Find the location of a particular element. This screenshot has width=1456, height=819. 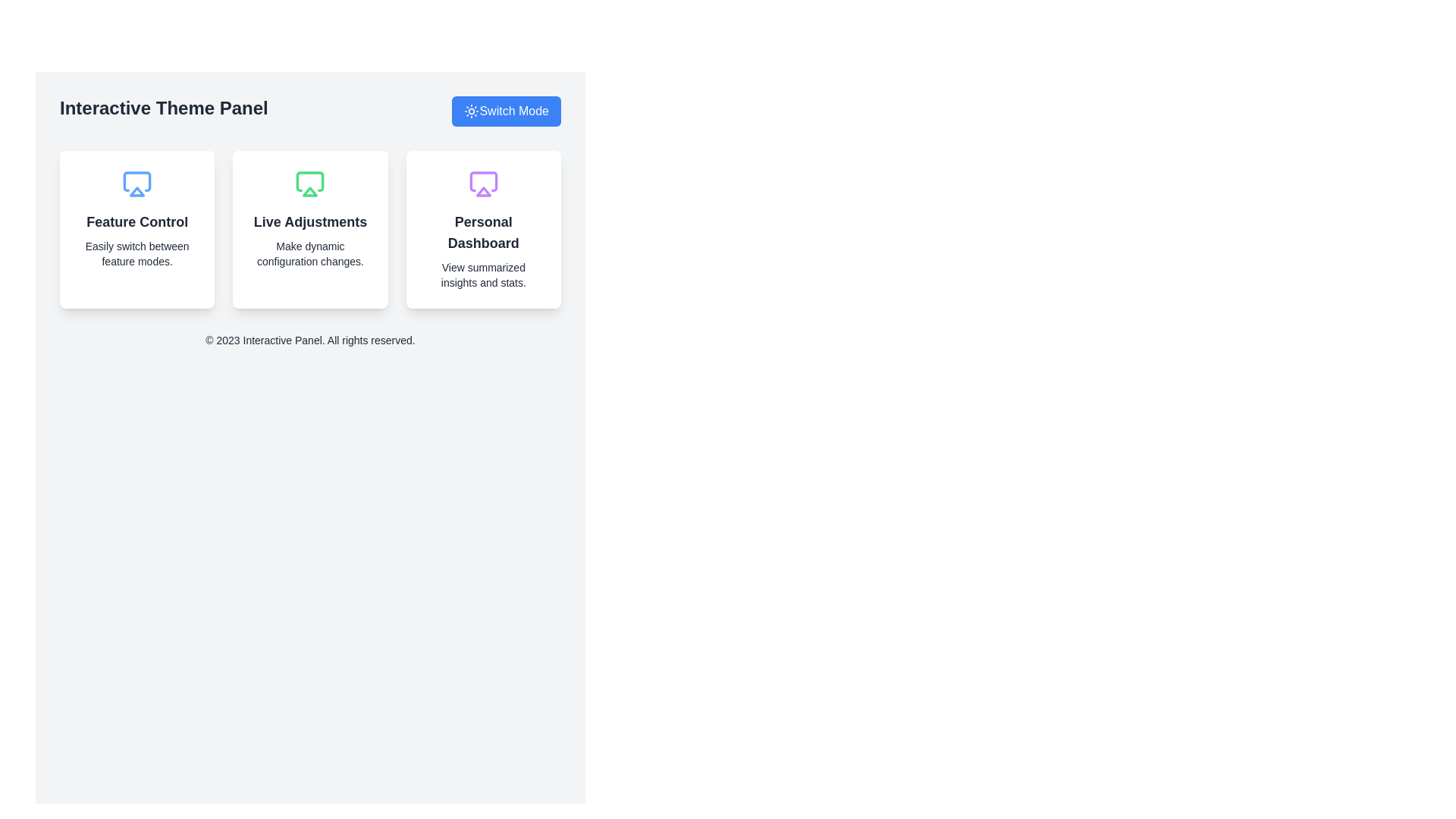

the decorative triangular icon resembling a play button located within the 'Personal Dashboard' card is located at coordinates (482, 191).